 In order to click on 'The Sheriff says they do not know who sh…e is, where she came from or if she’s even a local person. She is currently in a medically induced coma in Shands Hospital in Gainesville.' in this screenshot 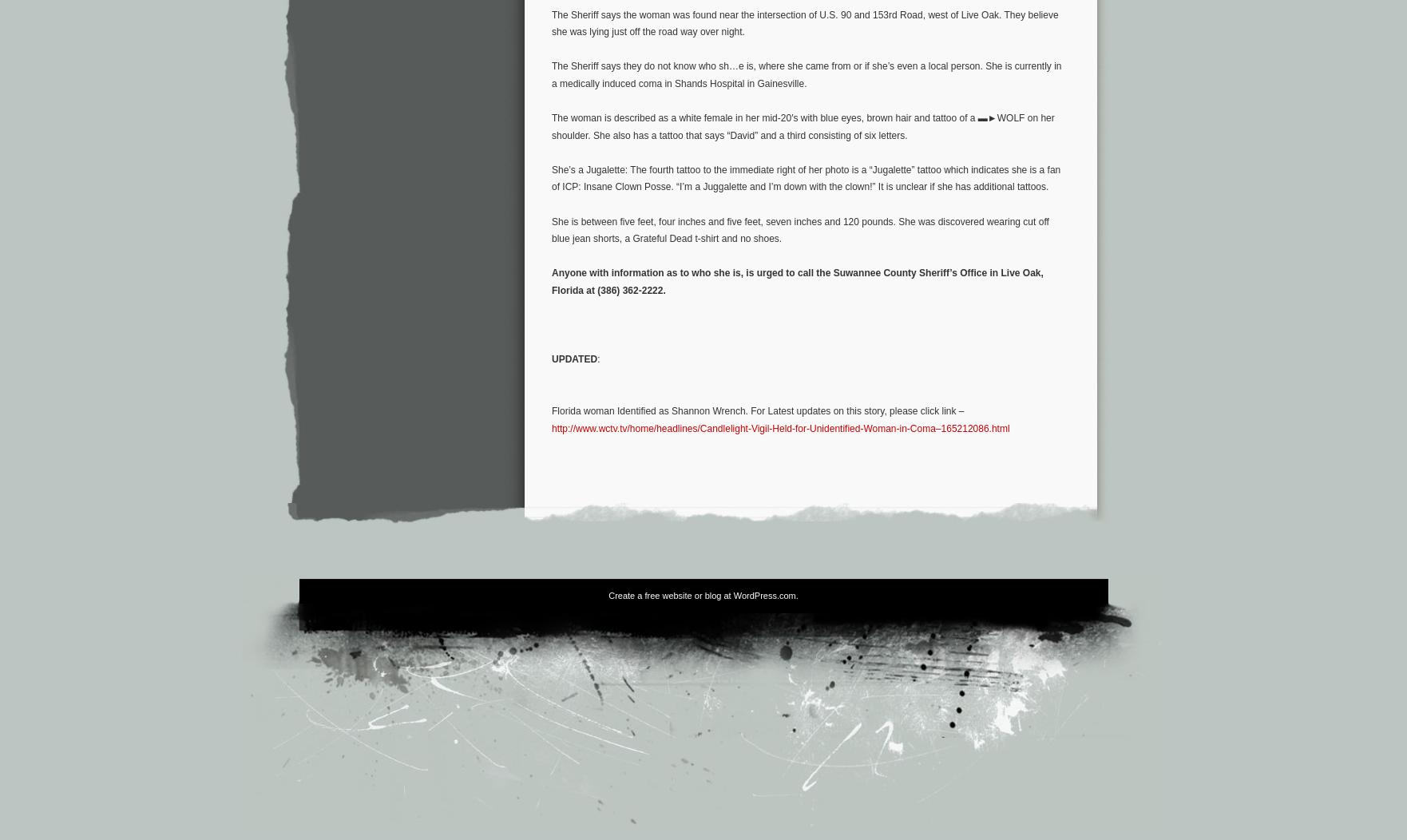, I will do `click(806, 74)`.